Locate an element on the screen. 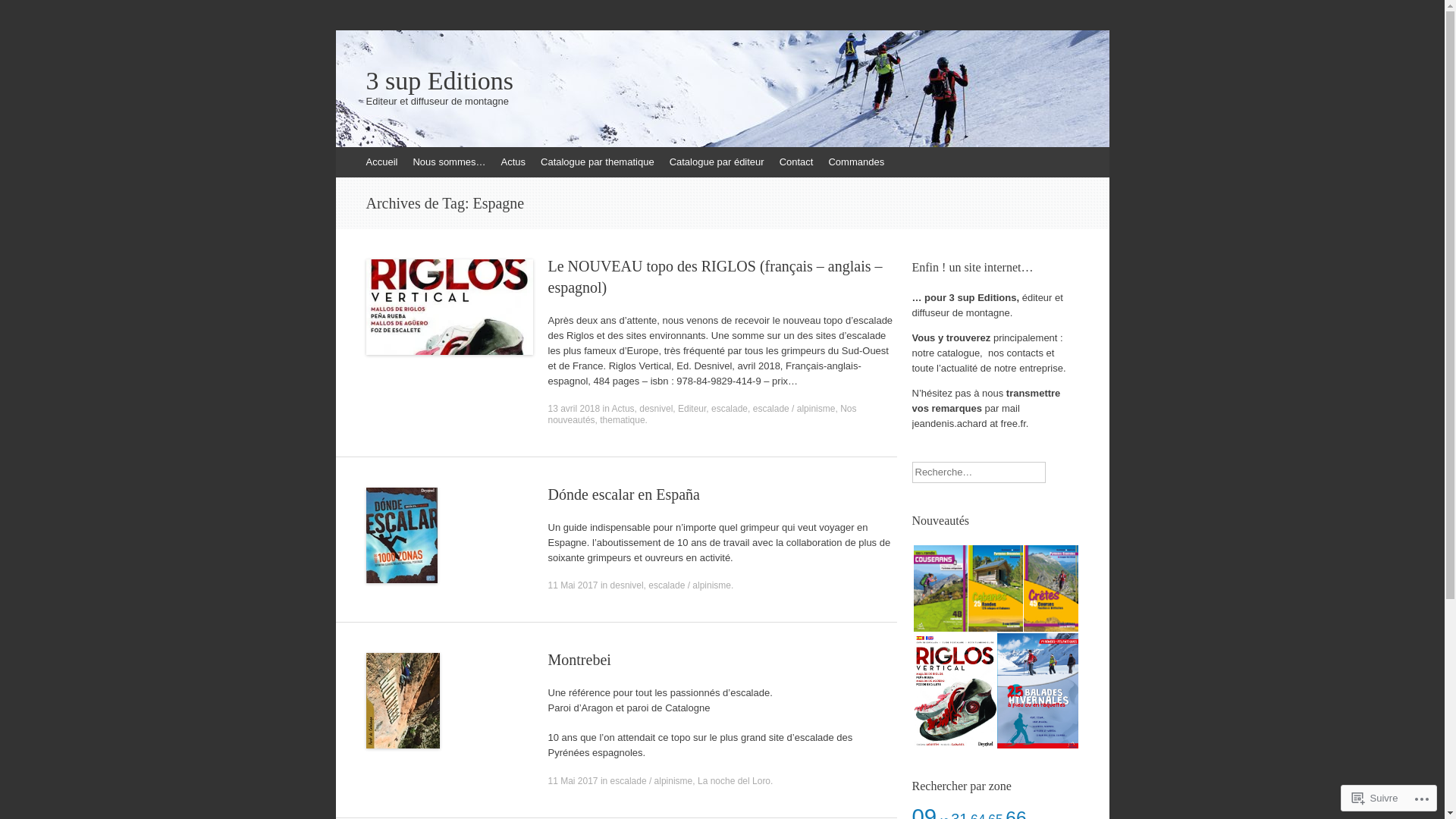  'escalade / alpinisme' is located at coordinates (793, 408).